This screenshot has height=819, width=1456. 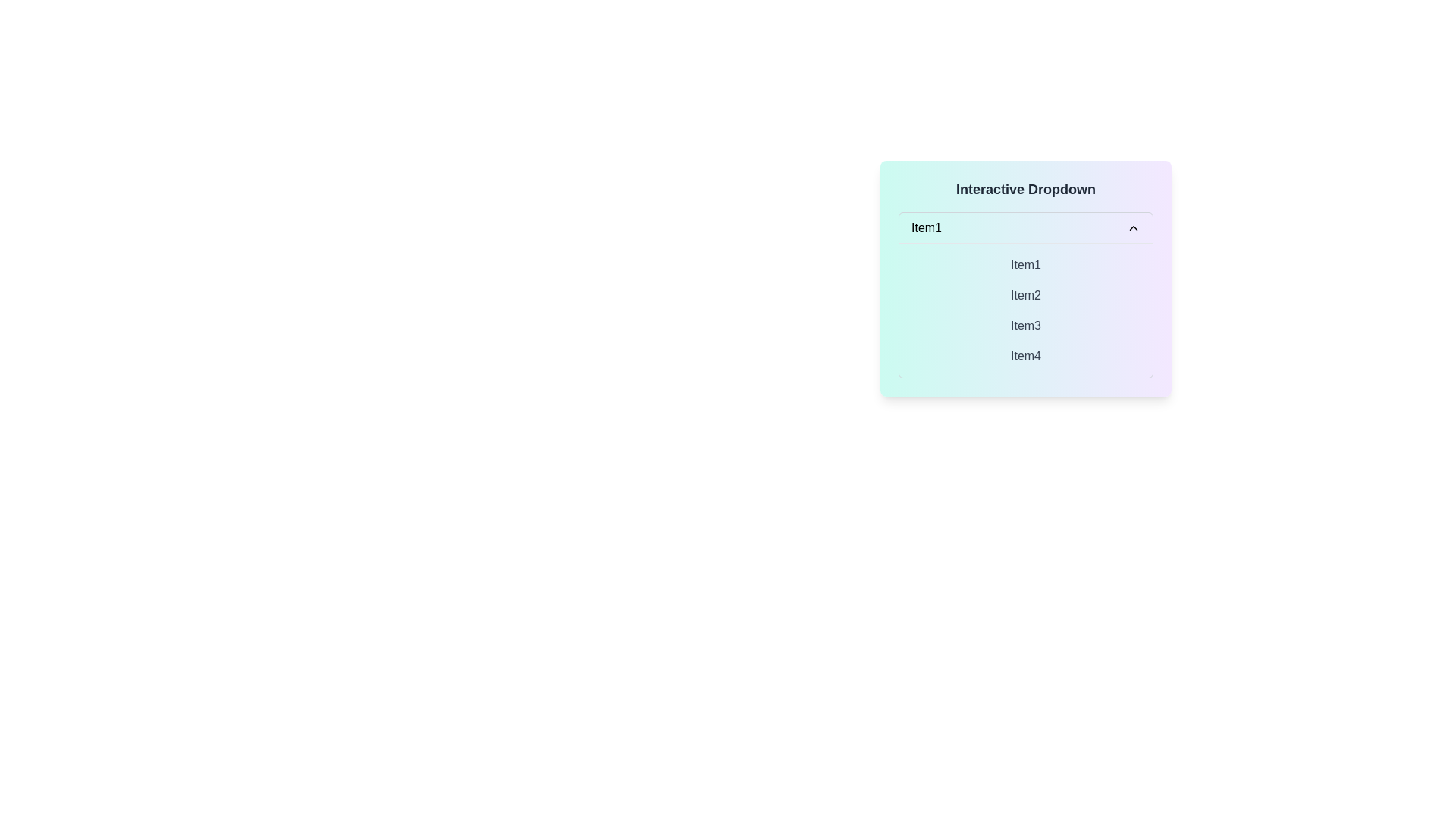 I want to click on the Dropdown Selector located below the title 'Interactive Dropdown', so click(x=1026, y=227).